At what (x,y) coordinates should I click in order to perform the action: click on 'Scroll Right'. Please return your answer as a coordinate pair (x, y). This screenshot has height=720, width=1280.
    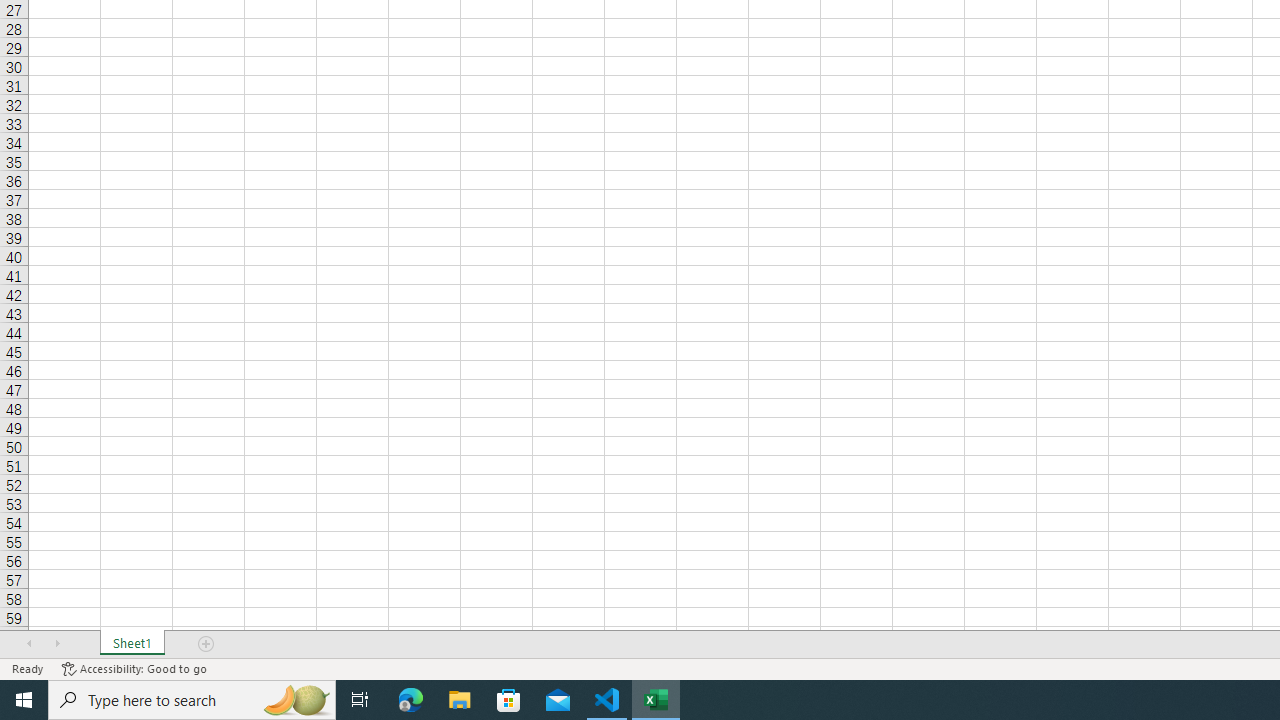
    Looking at the image, I should click on (57, 644).